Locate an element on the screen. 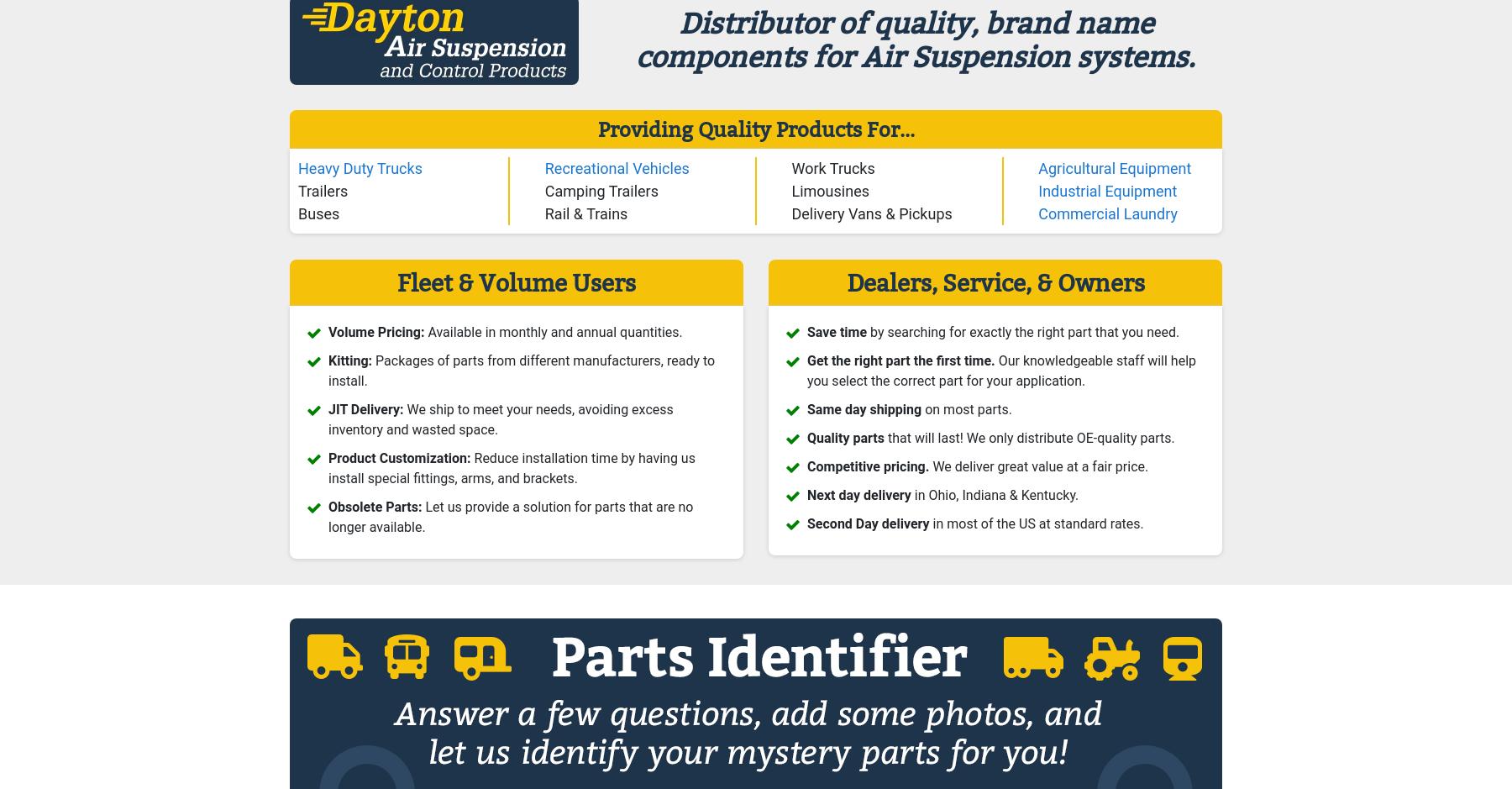 The height and width of the screenshot is (789, 1512). 'Agricultural Equipment' is located at coordinates (1114, 166).